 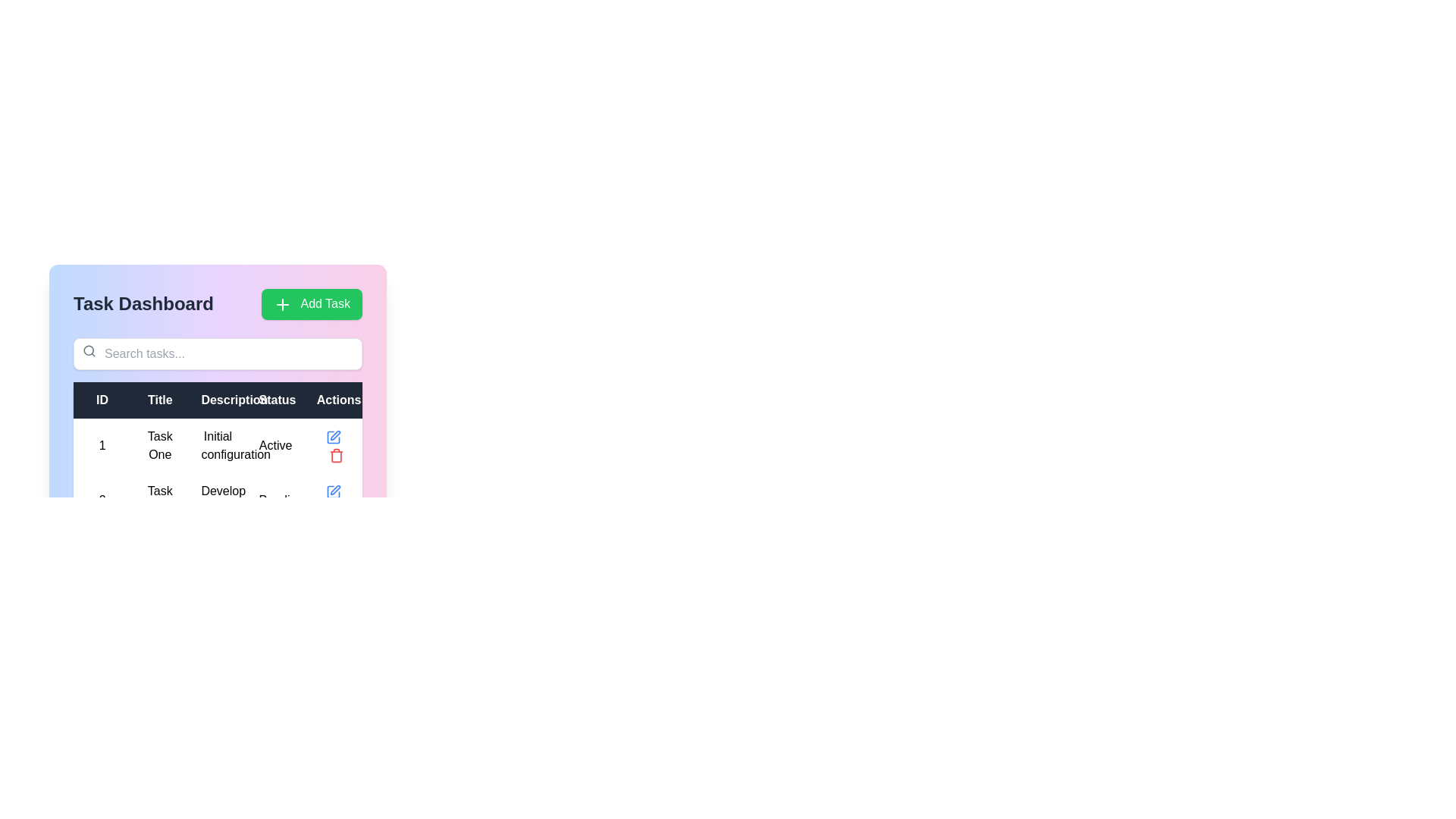 I want to click on the Table header row that labels the columns of the table, positioned near the center horizontally at the top of the table, so click(x=217, y=399).